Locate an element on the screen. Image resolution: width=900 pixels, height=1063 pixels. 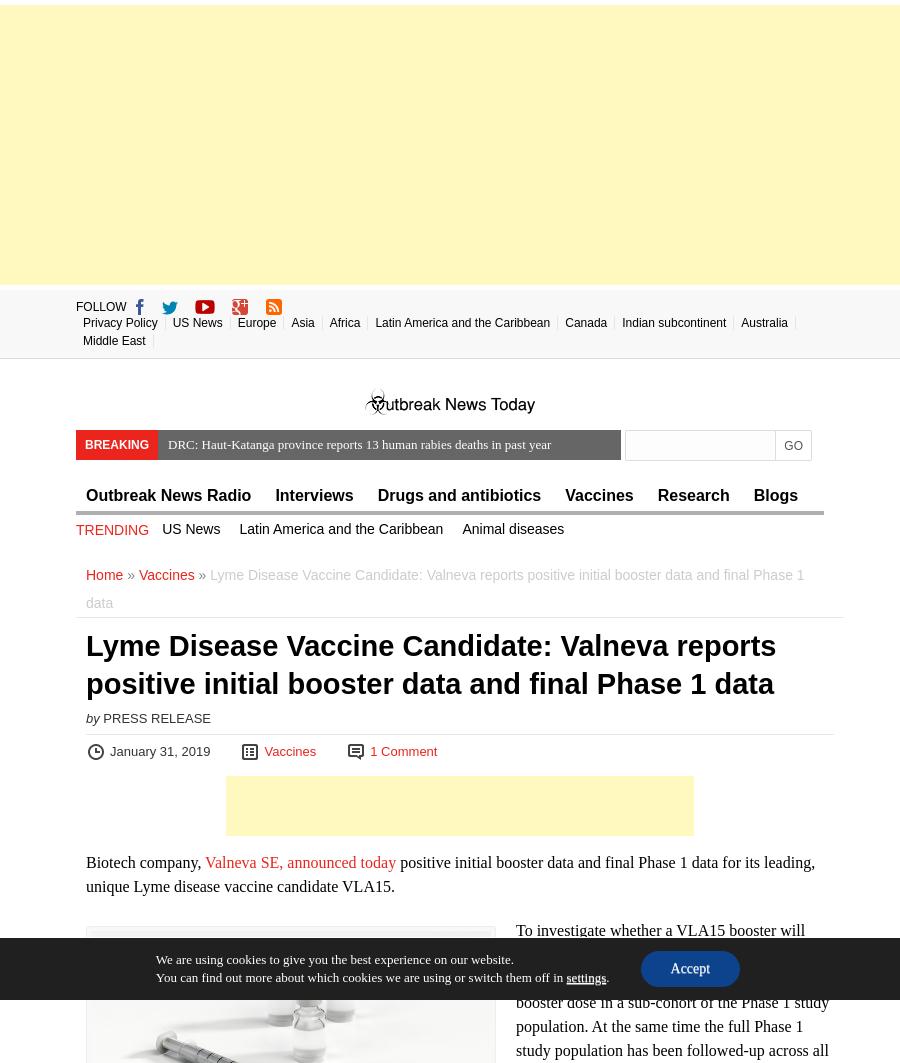
'Africa: 89 chikungunya cases reported in Pouytenga, Burkina Faso' is located at coordinates (342, 532).